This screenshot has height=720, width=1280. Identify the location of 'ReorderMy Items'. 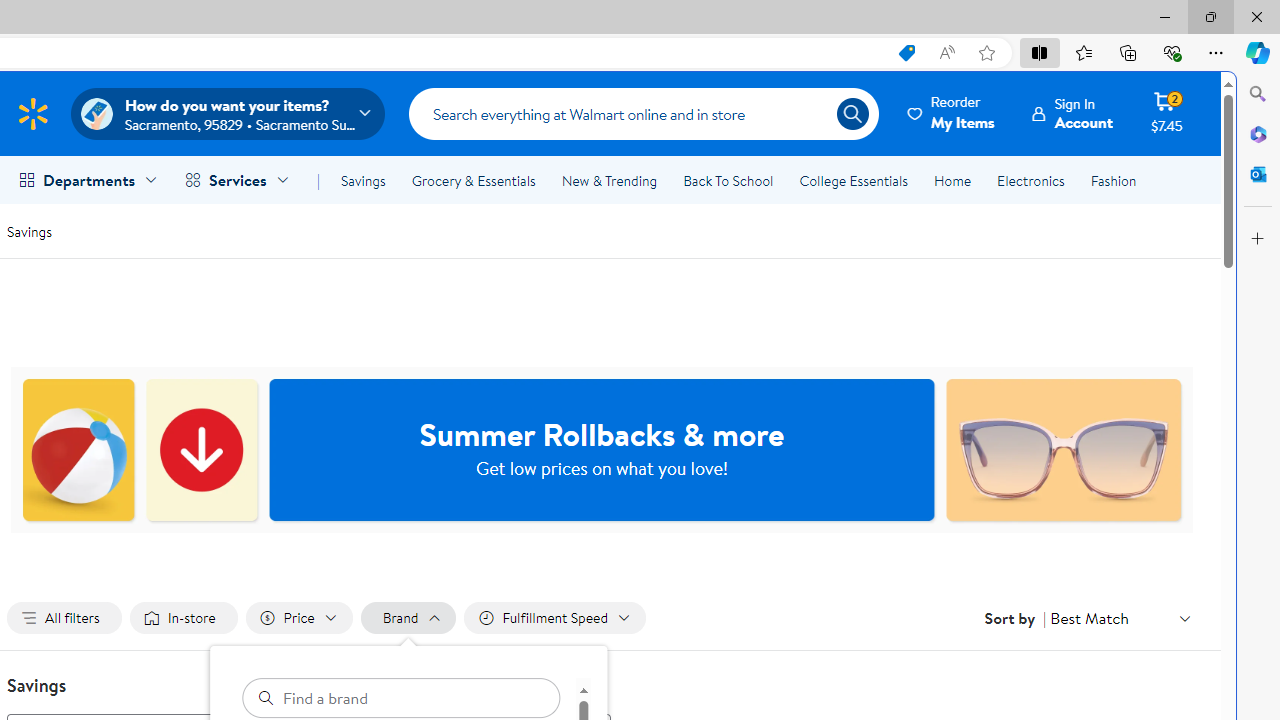
(951, 113).